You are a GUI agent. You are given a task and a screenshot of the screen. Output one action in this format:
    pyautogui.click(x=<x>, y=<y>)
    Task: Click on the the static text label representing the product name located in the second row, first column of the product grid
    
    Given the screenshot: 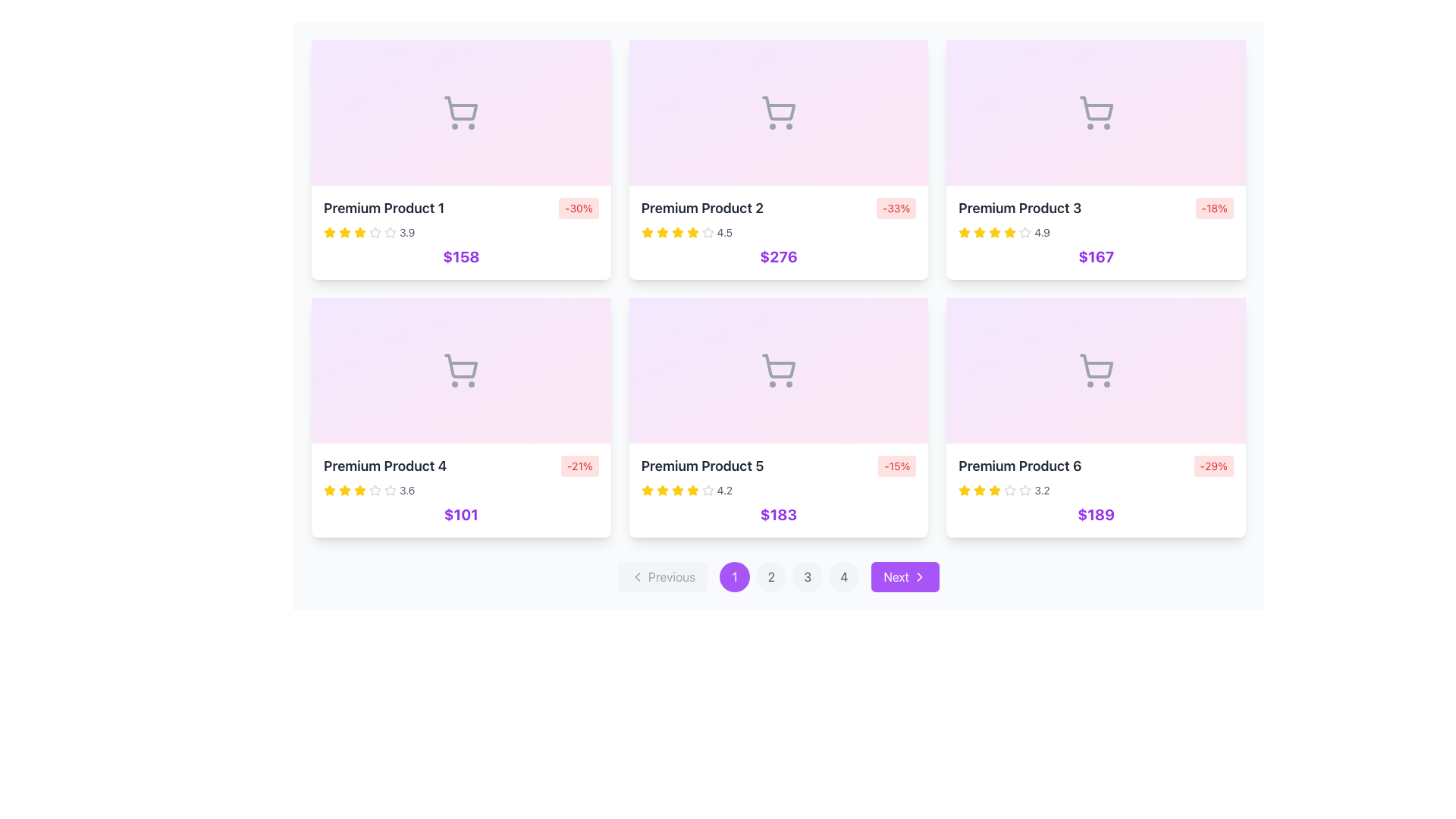 What is the action you would take?
    pyautogui.click(x=385, y=465)
    